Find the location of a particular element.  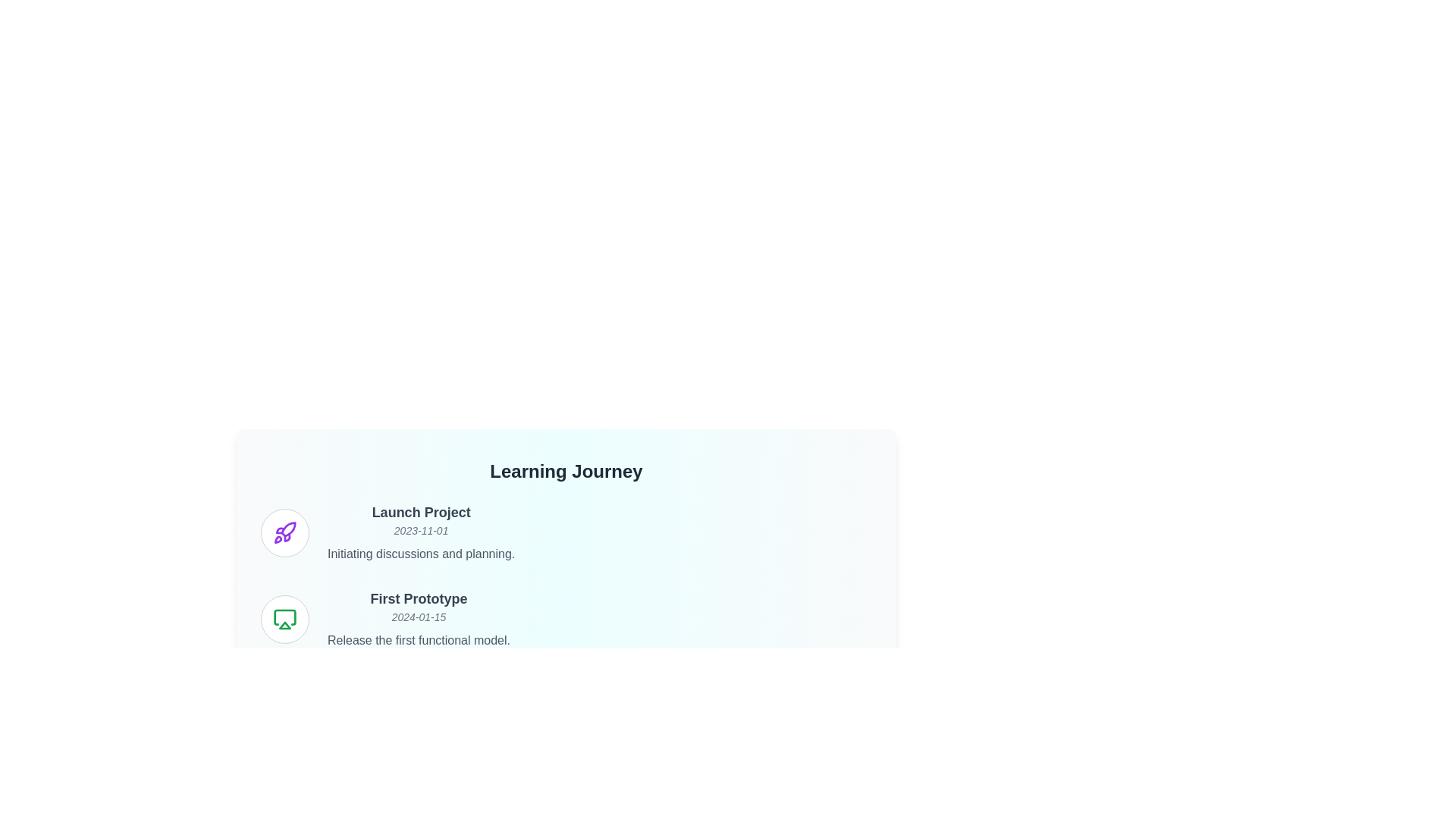

details of the 'First Prototype' phase item in the timeline, which includes the title, date, and description is located at coordinates (566, 620).